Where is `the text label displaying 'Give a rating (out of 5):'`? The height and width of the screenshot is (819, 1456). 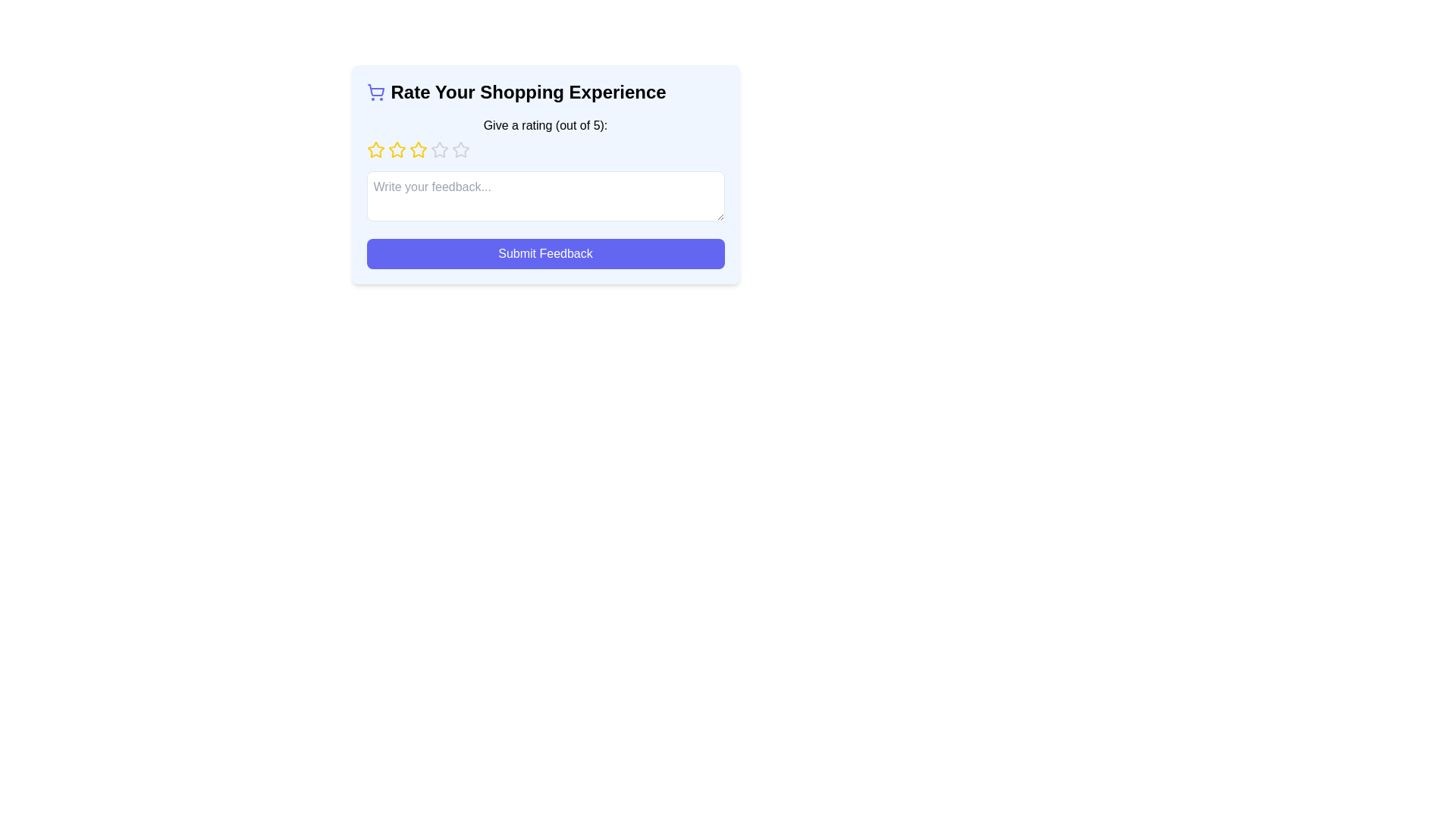 the text label displaying 'Give a rating (out of 5):' is located at coordinates (545, 124).